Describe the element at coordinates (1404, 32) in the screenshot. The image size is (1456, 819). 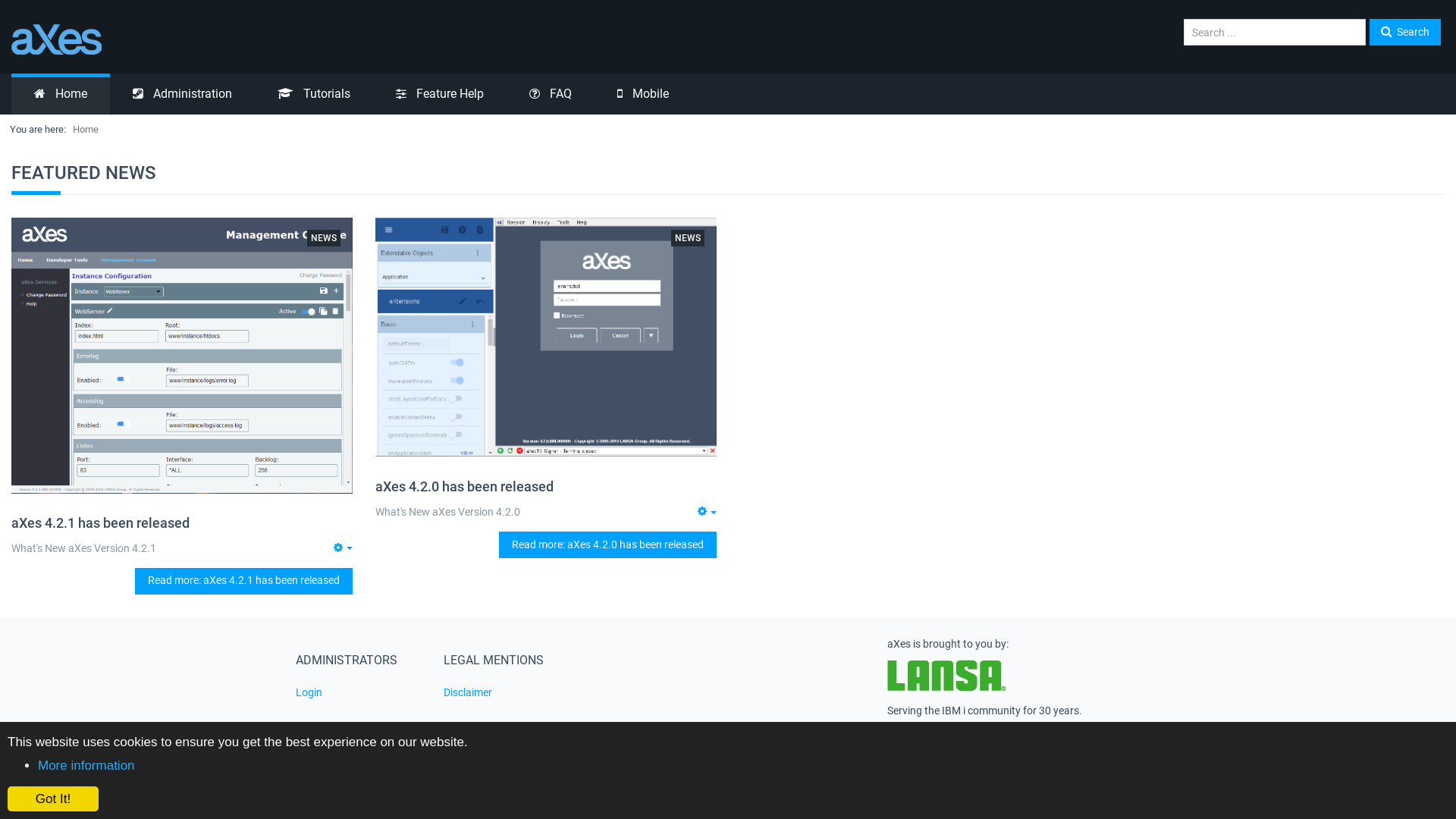
I see `'Search'` at that location.